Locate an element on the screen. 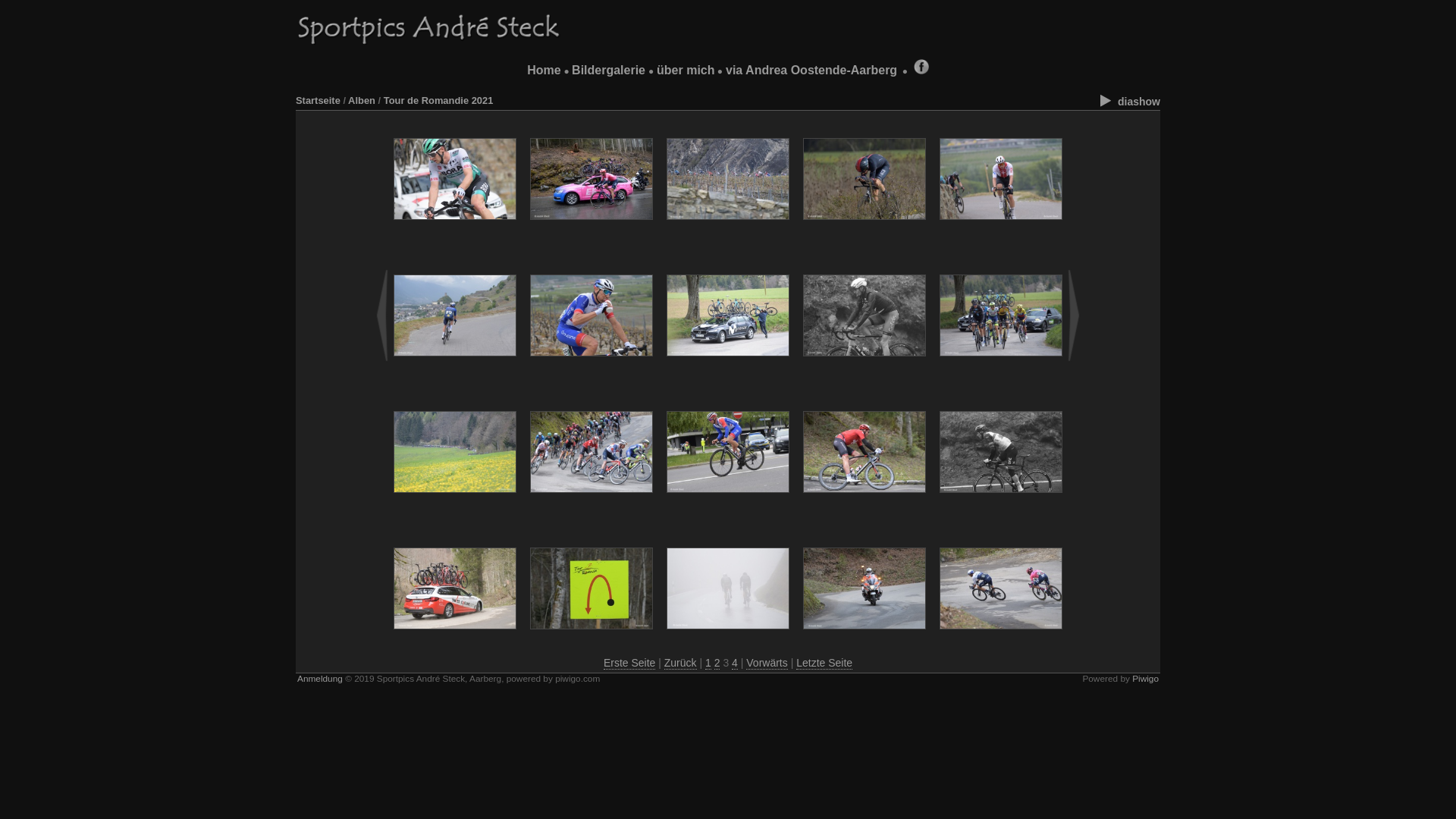 The image size is (1456, 819). 'Startseite' is located at coordinates (317, 100).